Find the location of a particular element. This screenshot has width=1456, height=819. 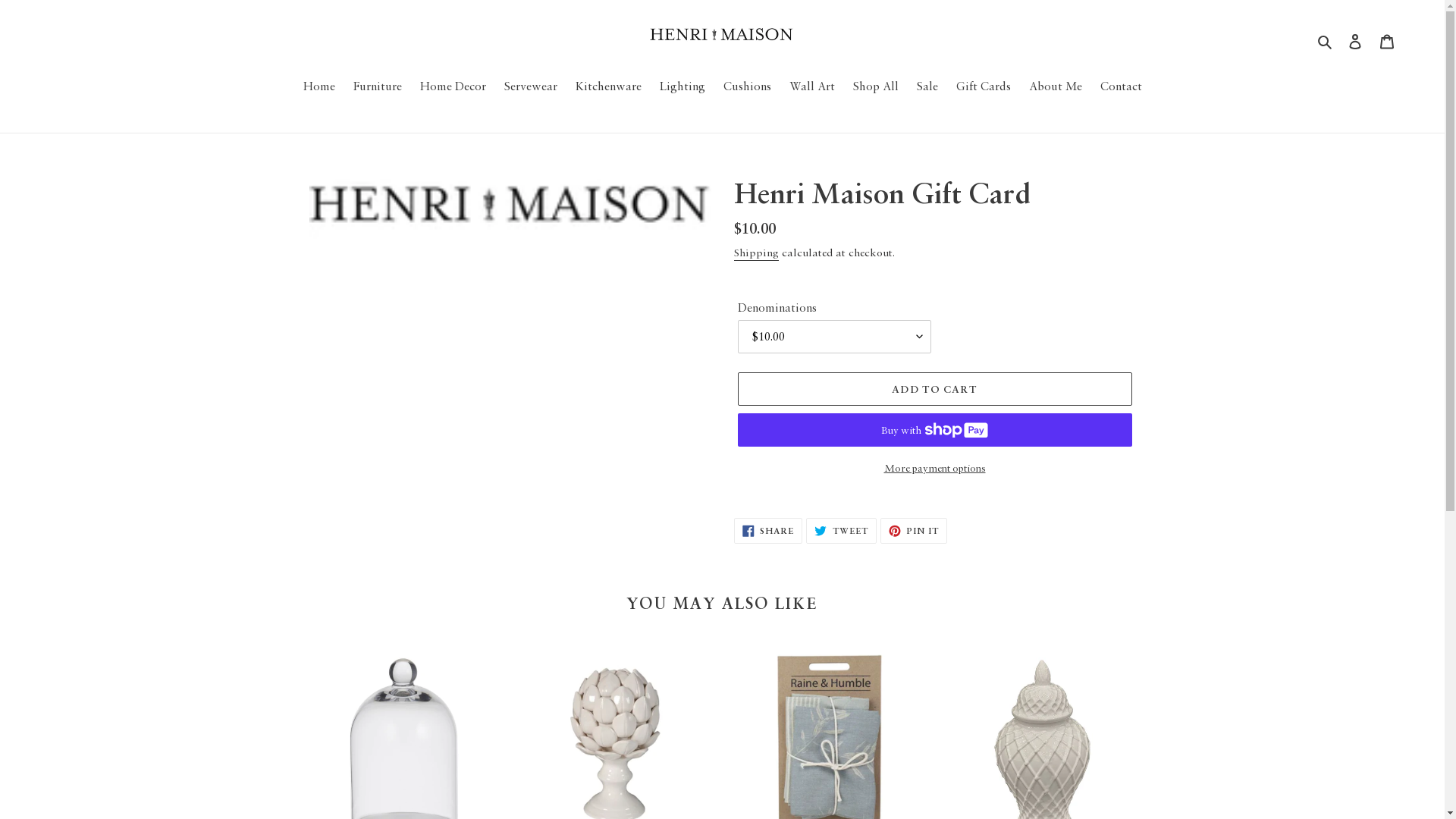

'Contact' is located at coordinates (1120, 86).